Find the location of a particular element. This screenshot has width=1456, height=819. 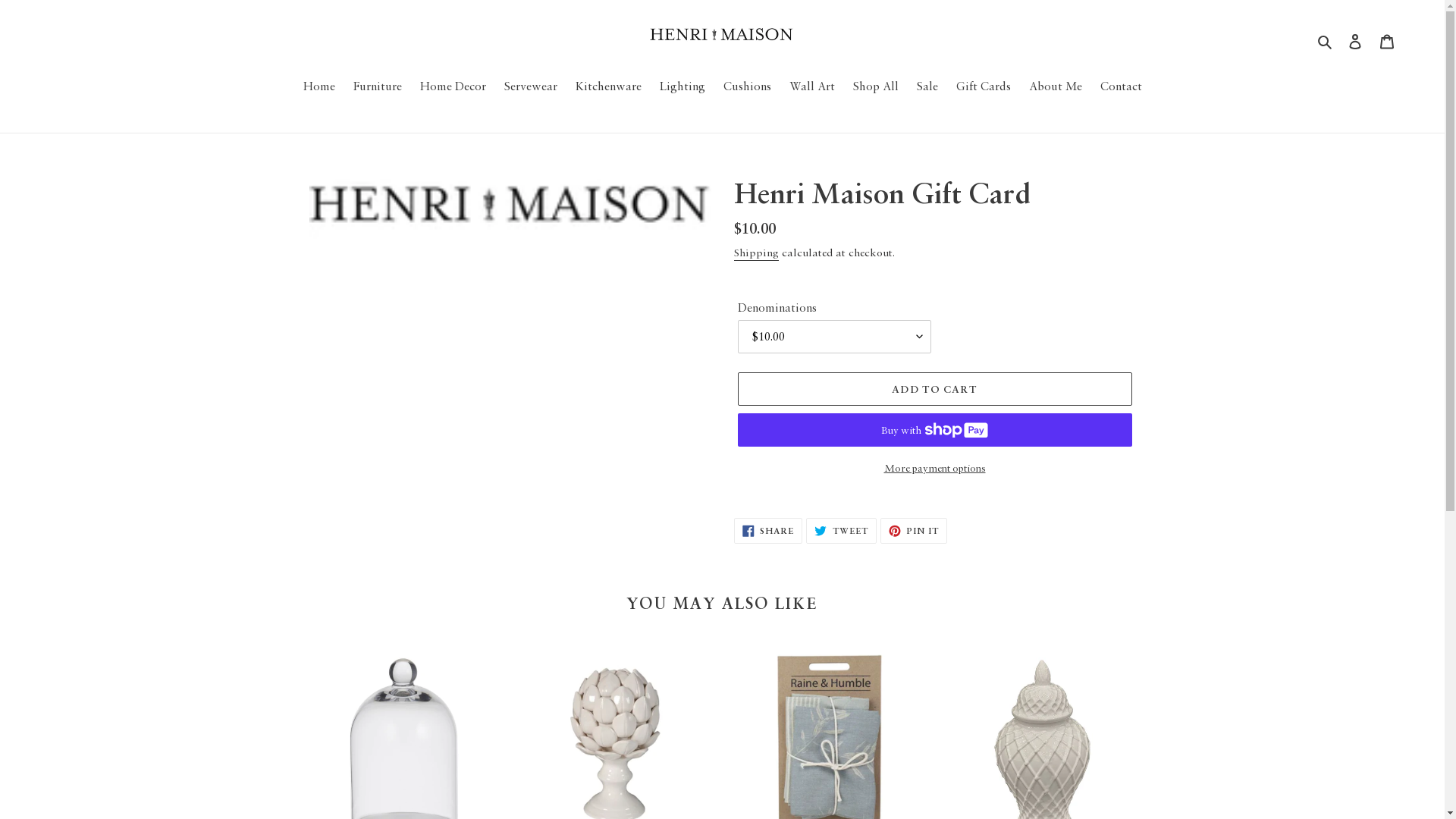

'Contact' is located at coordinates (1120, 86).